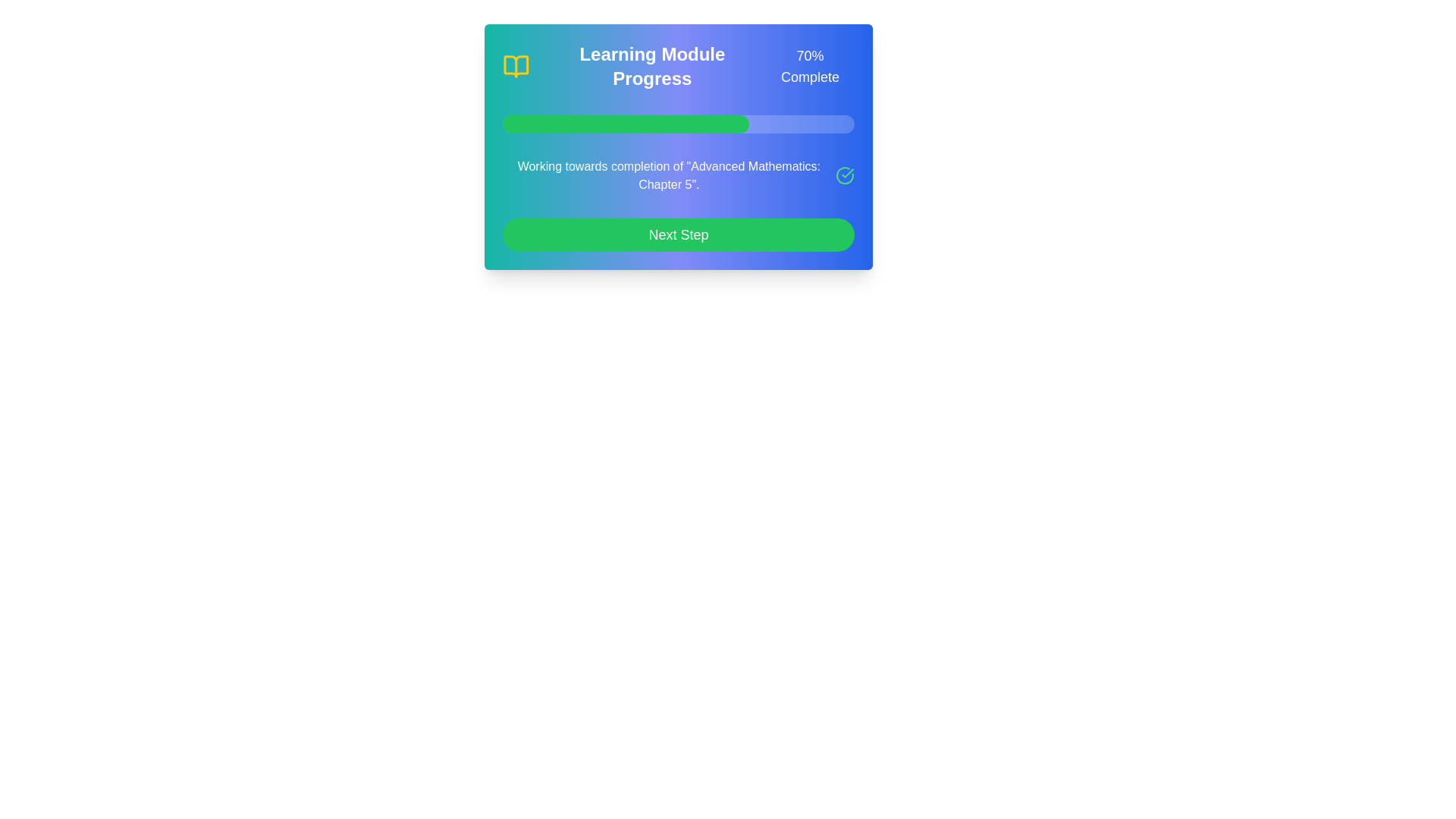 This screenshot has height=819, width=1456. Describe the element at coordinates (634, 66) in the screenshot. I see `the Header label displaying 'Learning Module Progress' with a yellow book icon on its left` at that location.